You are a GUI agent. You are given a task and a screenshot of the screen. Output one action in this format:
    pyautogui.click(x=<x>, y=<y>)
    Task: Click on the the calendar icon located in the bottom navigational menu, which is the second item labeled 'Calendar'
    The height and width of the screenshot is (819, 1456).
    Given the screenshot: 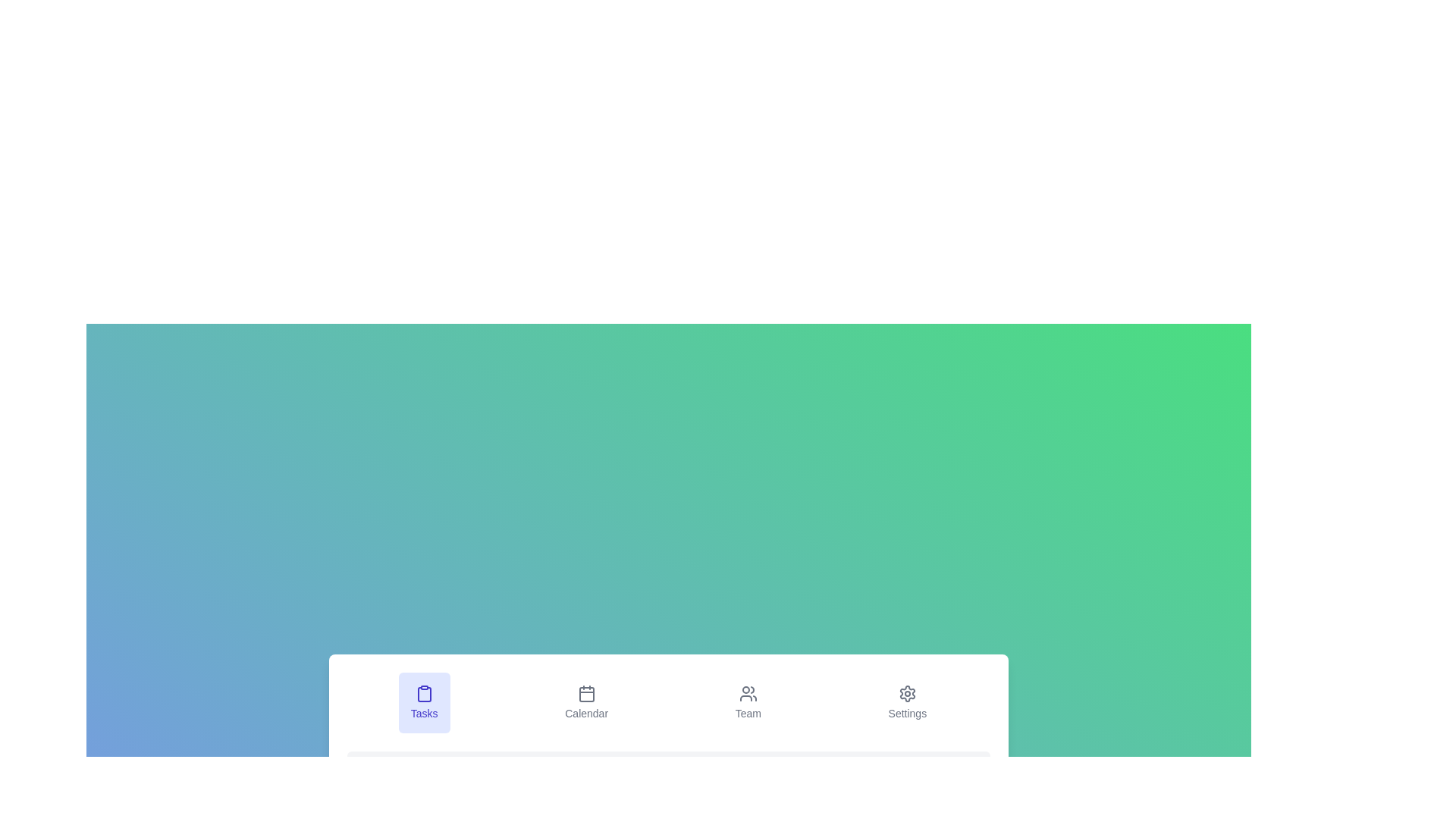 What is the action you would take?
    pyautogui.click(x=585, y=693)
    